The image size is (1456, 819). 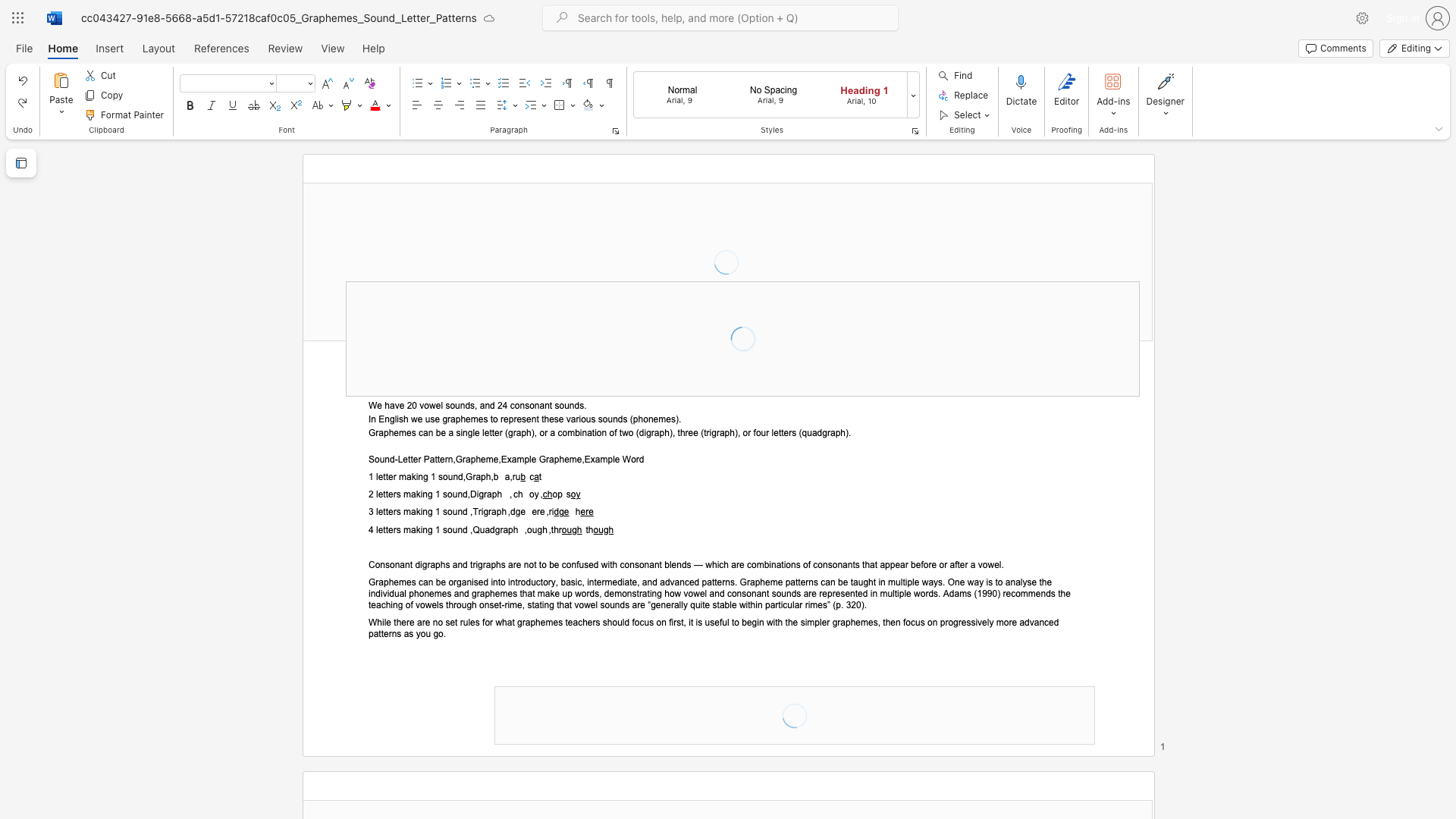 I want to click on the space between the continuous character "r" and "a" in the text, so click(x=487, y=494).